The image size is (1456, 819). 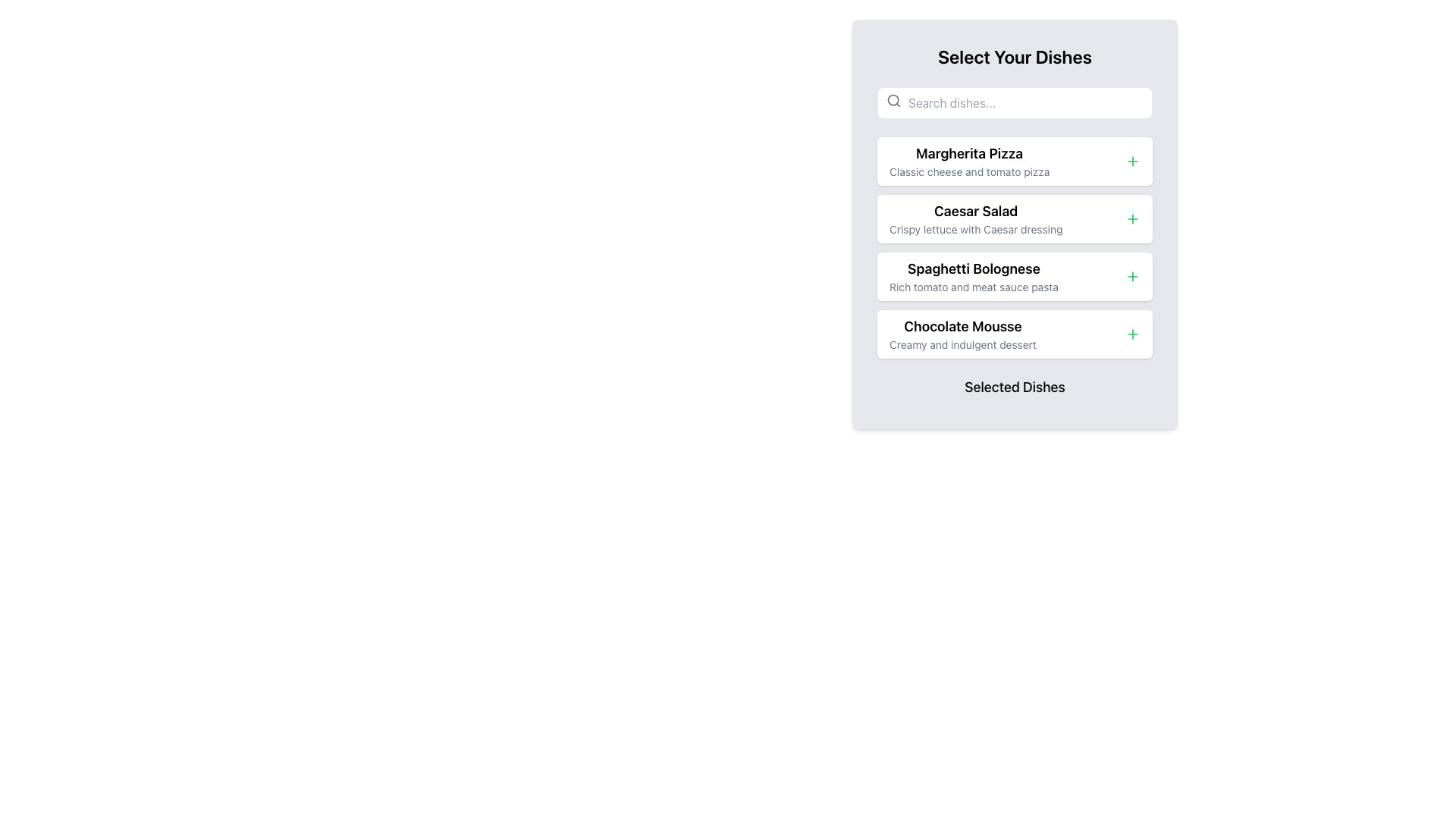 What do you see at coordinates (1015, 161) in the screenshot?
I see `the first selectable menu item for 'Margherita Pizza' located under the 'Select Your Dishes' section` at bounding box center [1015, 161].